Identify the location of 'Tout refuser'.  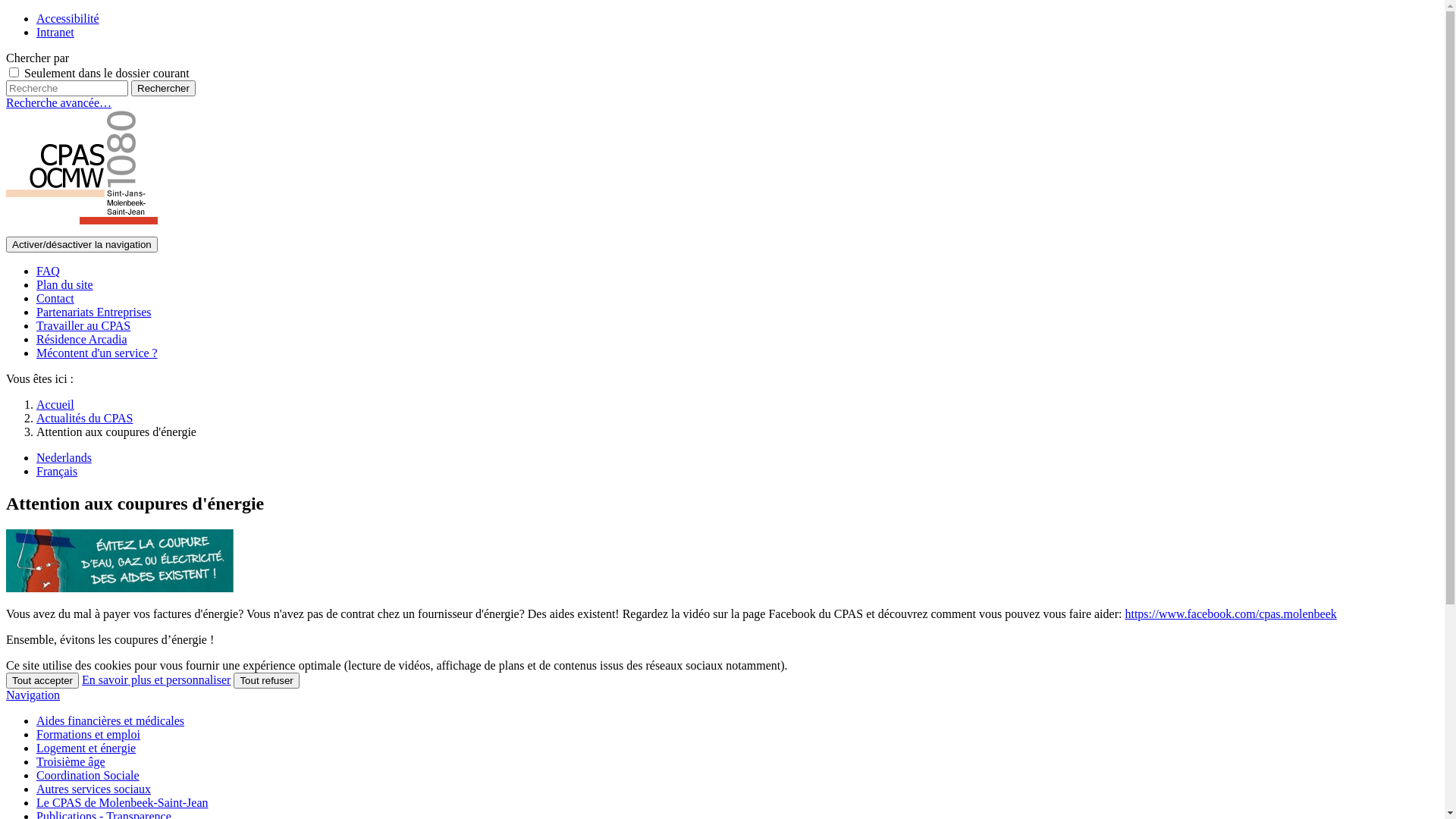
(232, 679).